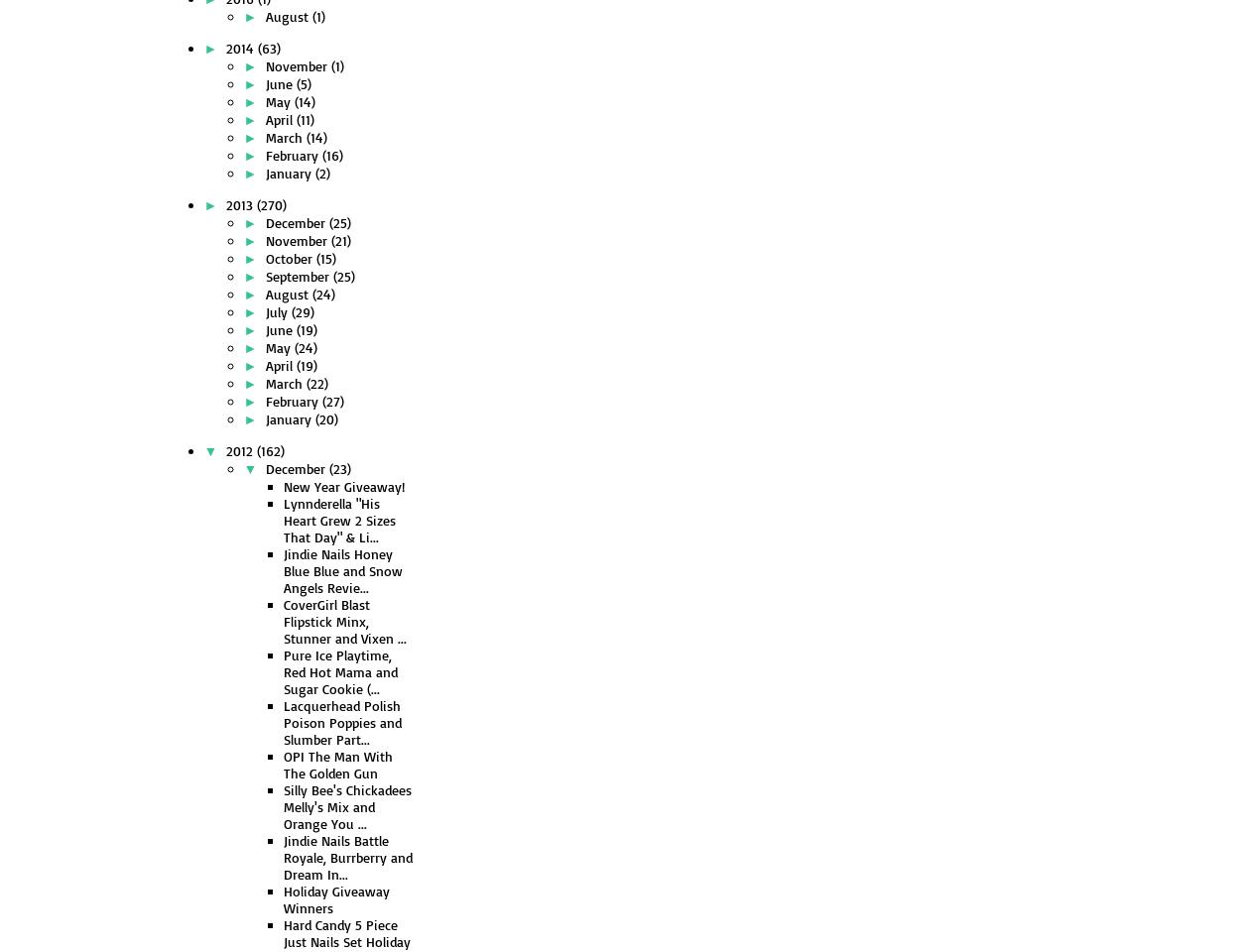 The width and height of the screenshot is (1240, 952). I want to click on '(11)', so click(306, 119).